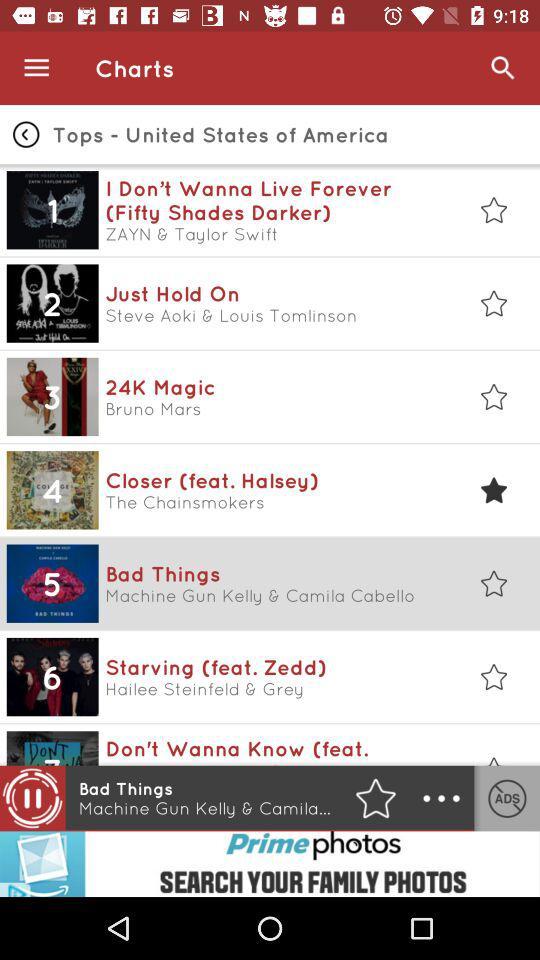 Image resolution: width=540 pixels, height=960 pixels. Describe the element at coordinates (375, 798) in the screenshot. I see `the star icon` at that location.